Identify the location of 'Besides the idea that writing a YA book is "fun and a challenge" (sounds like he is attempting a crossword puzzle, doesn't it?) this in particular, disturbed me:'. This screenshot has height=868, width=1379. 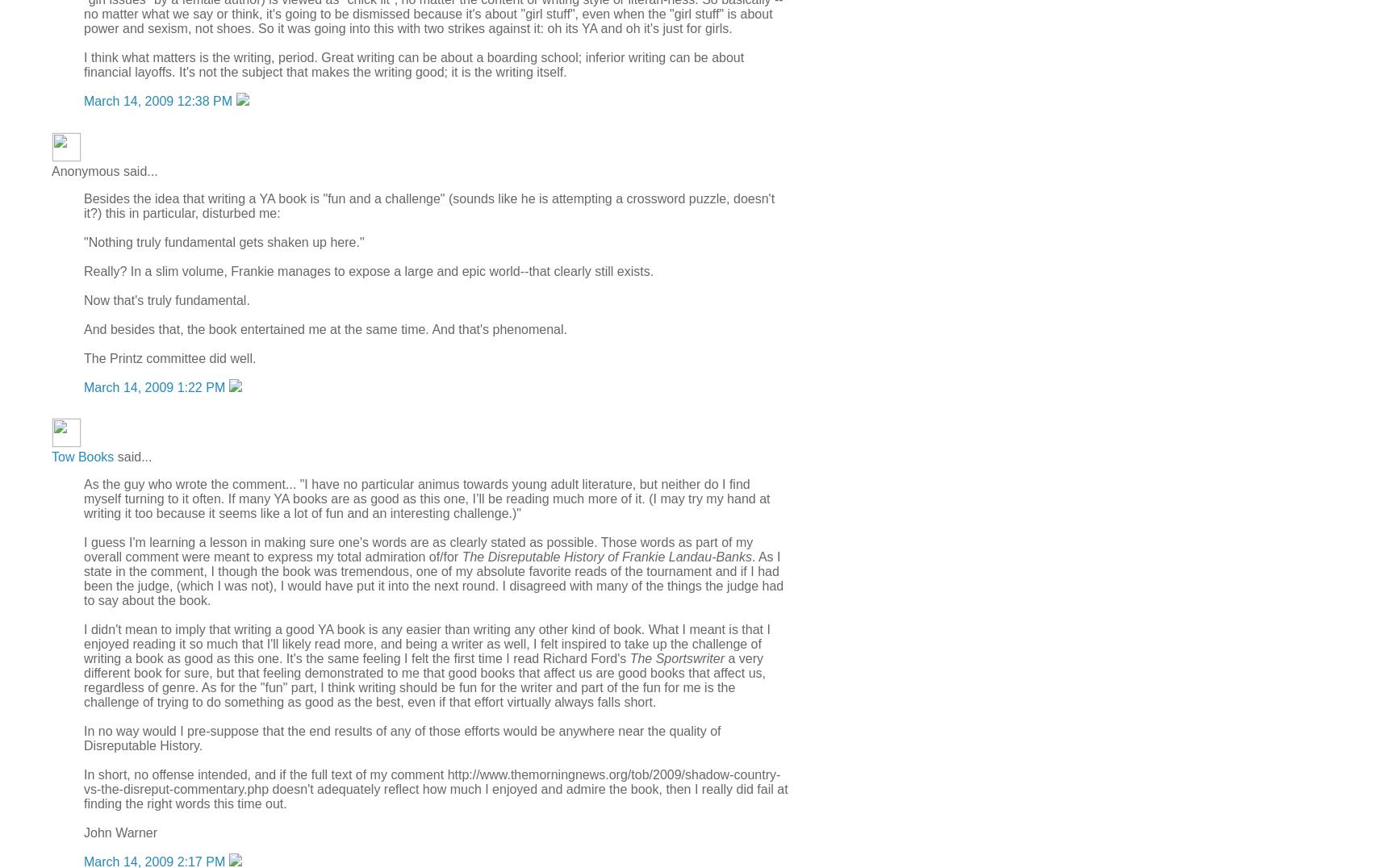
(428, 205).